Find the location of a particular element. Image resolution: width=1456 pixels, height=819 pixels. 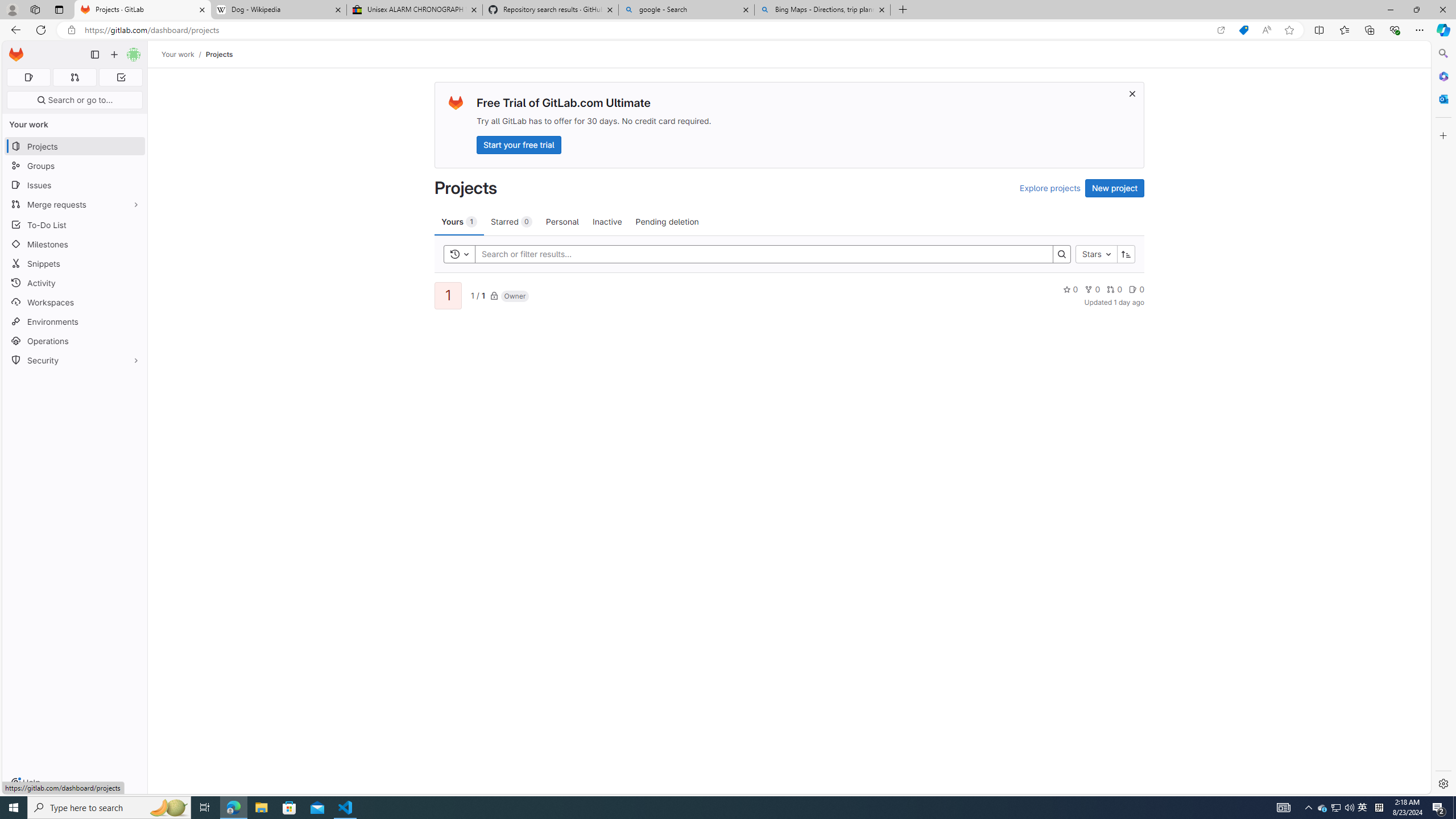

'Explore projects' is located at coordinates (1049, 188).